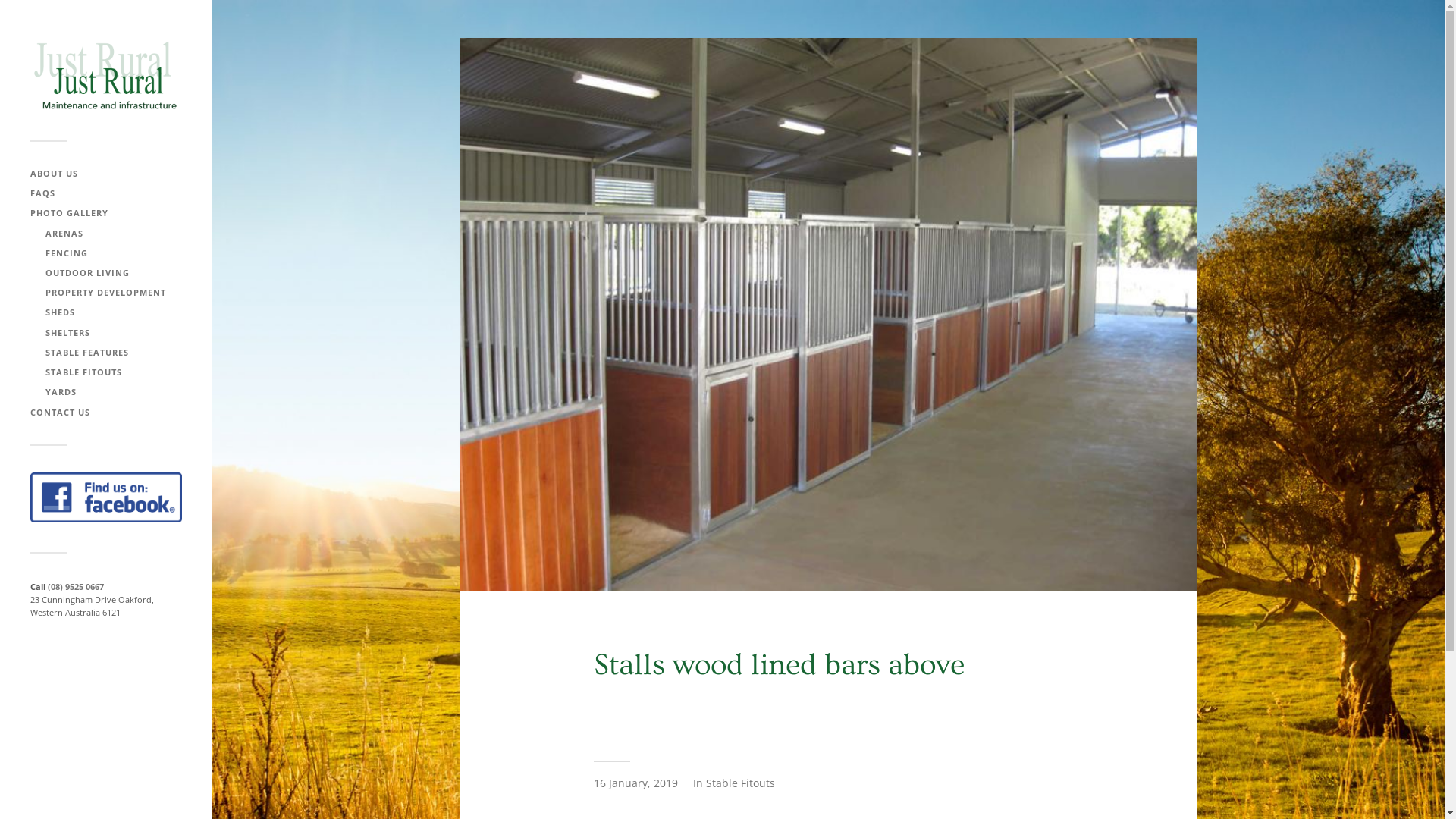 The image size is (1456, 819). Describe the element at coordinates (739, 783) in the screenshot. I see `'Stable Fitouts'` at that location.